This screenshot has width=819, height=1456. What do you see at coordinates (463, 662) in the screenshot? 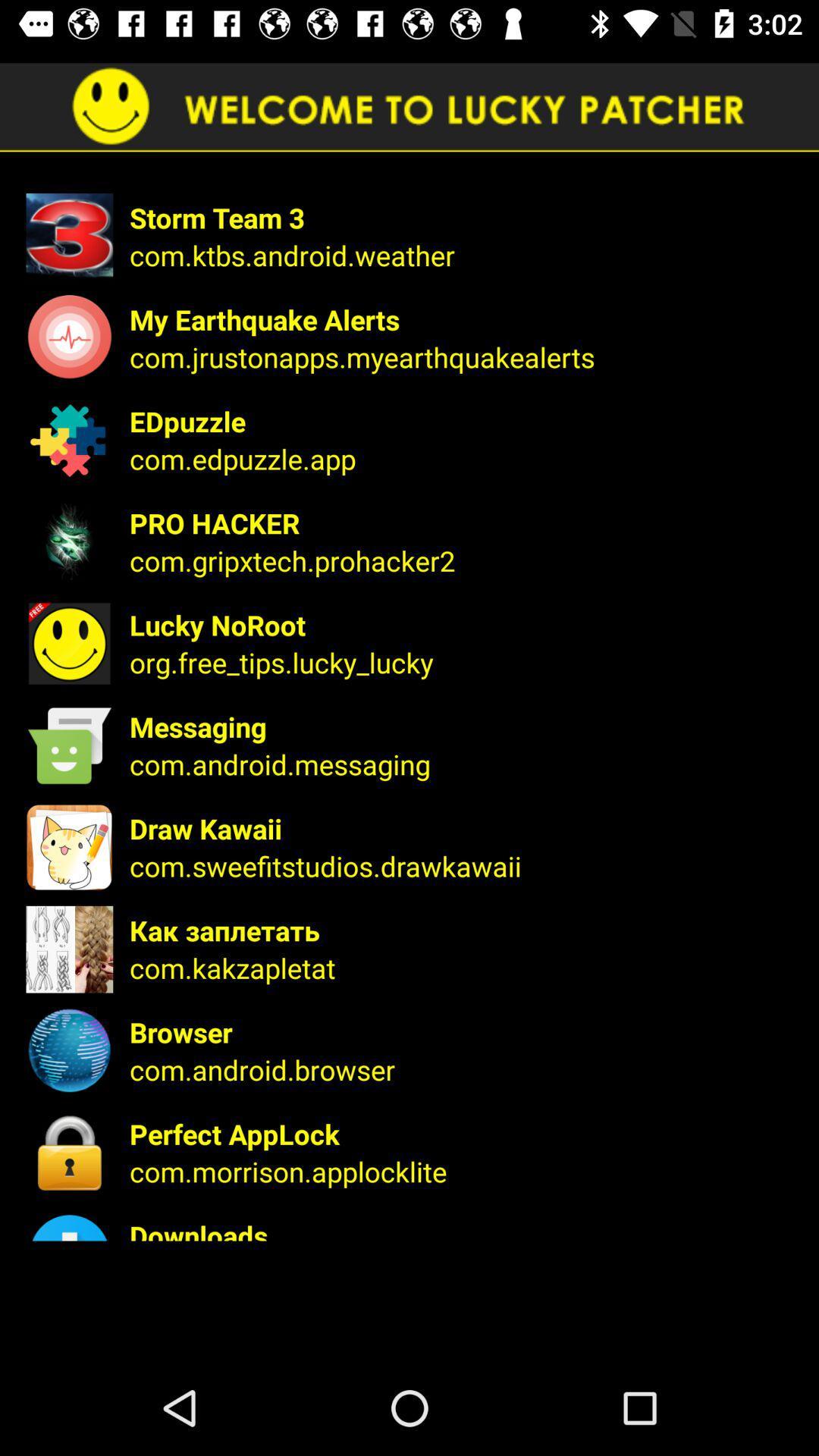
I see `the app above the messaging item` at bounding box center [463, 662].